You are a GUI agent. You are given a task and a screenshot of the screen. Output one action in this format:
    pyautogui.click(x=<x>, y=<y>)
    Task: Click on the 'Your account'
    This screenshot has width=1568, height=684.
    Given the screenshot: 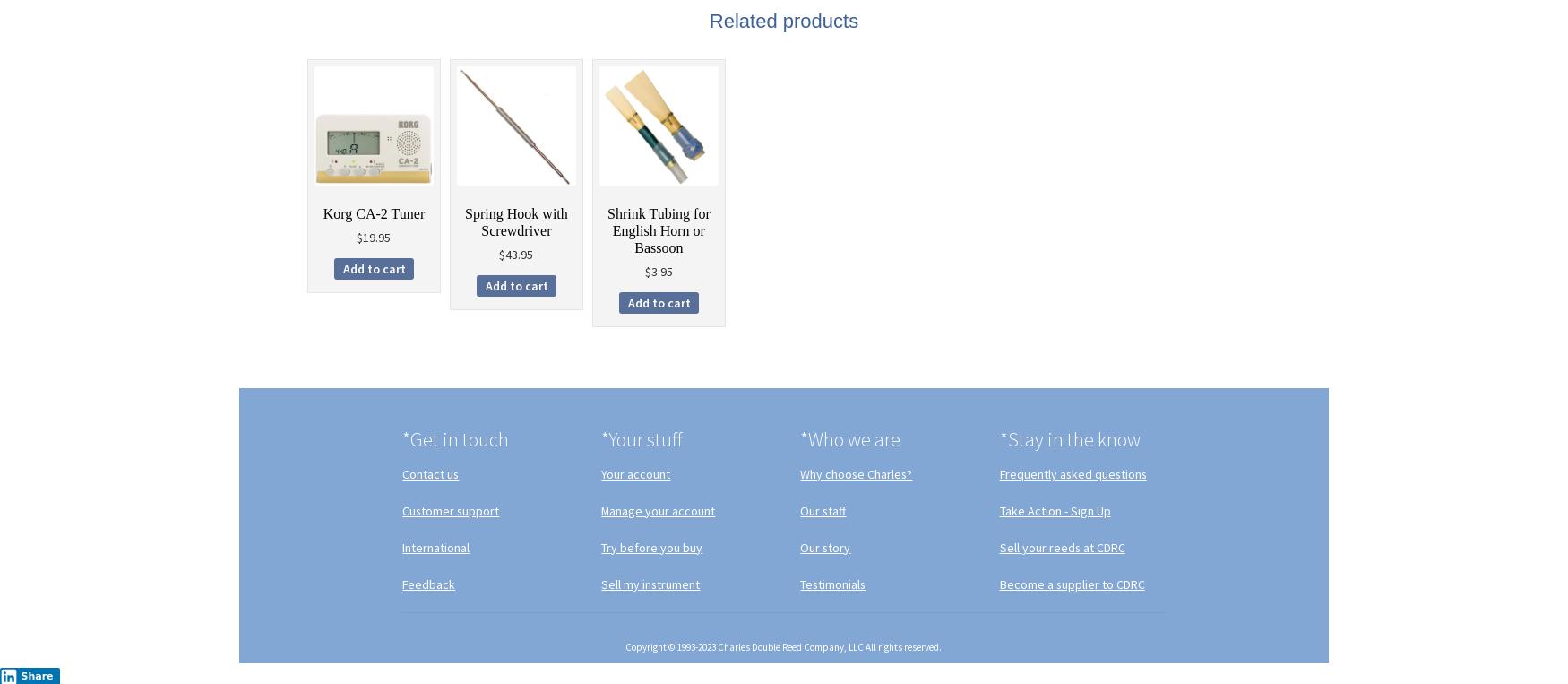 What is the action you would take?
    pyautogui.click(x=599, y=472)
    